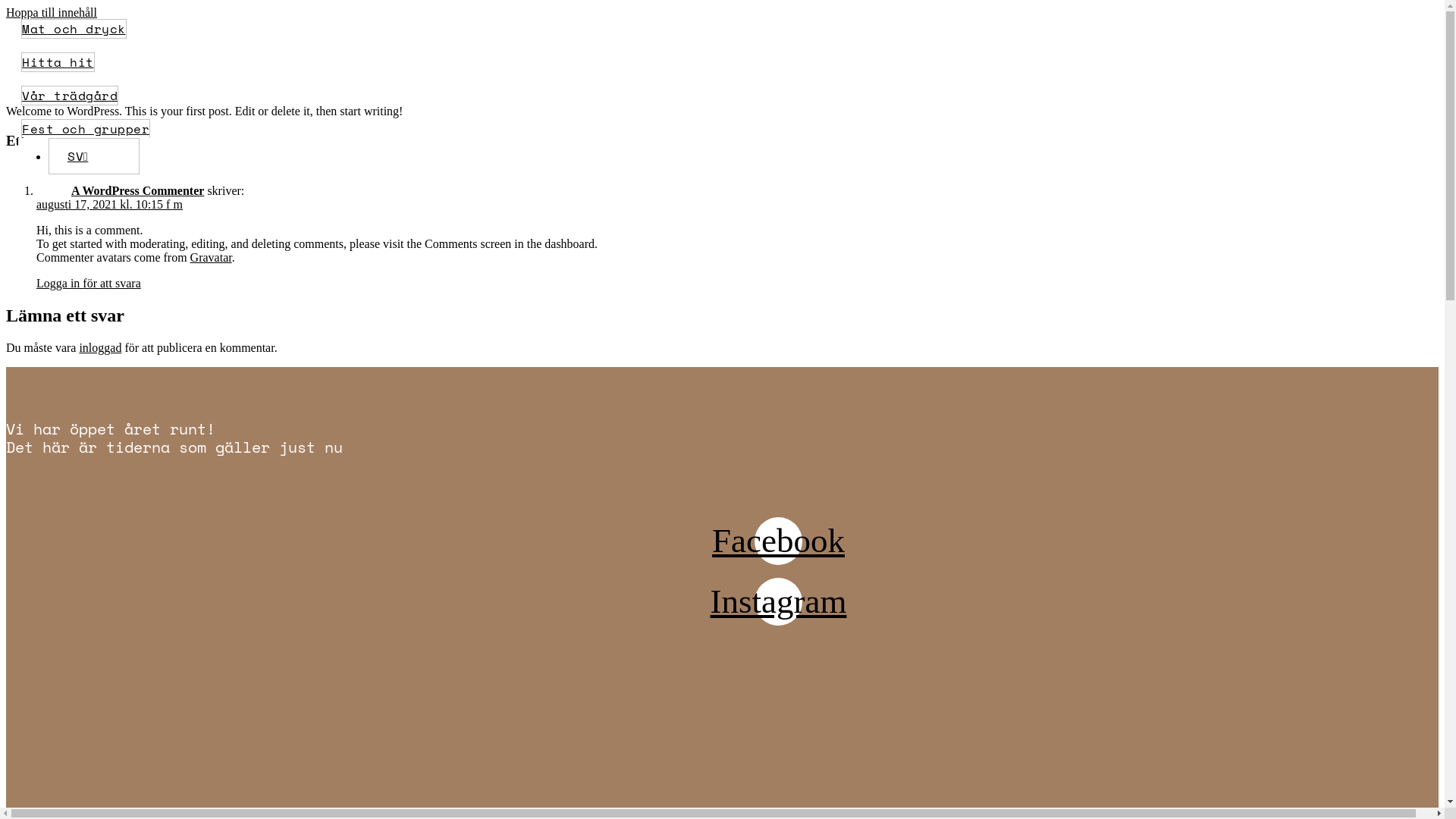  I want to click on 'Mat och dryck', so click(73, 29).